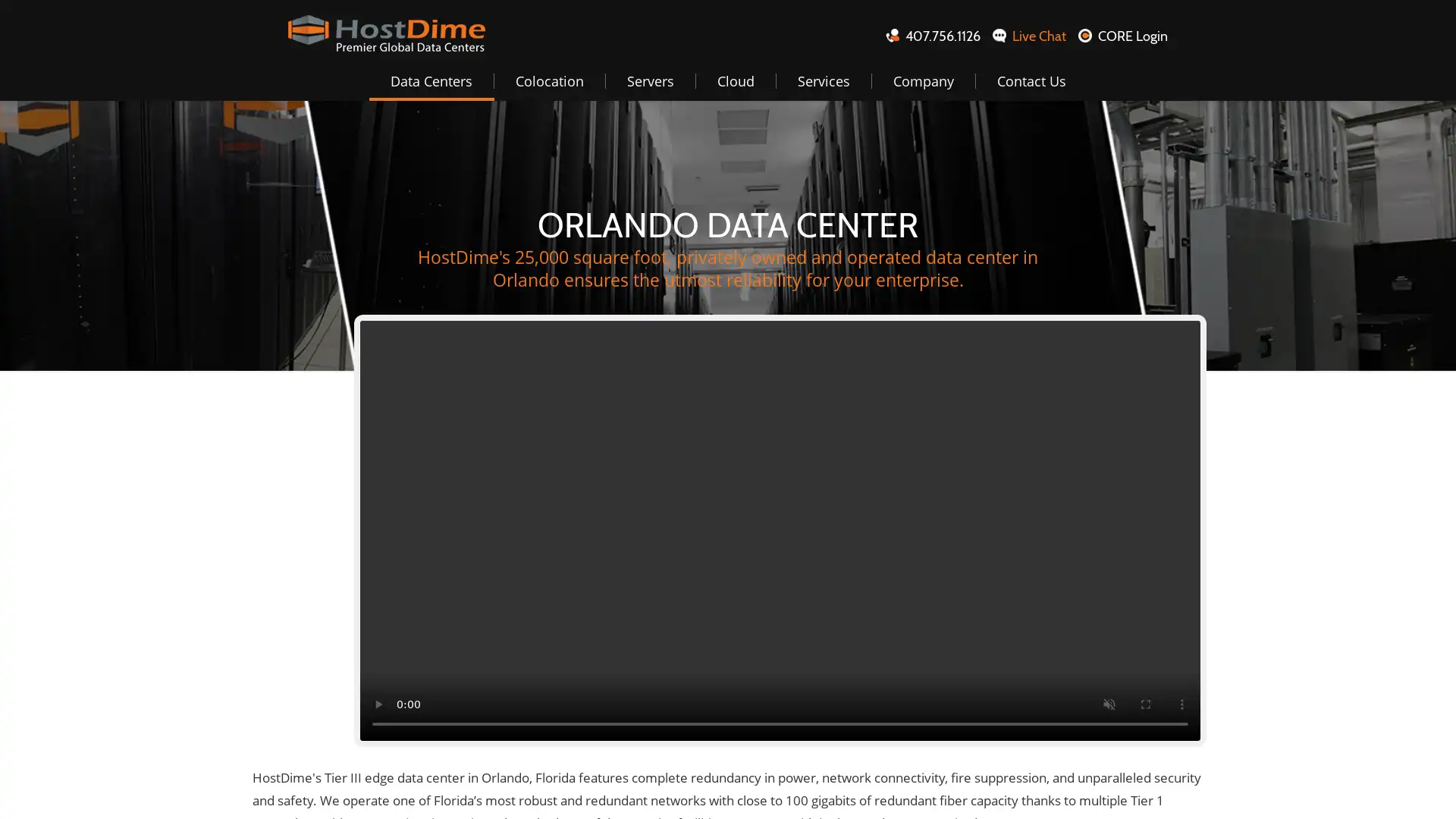 The height and width of the screenshot is (819, 1456). Describe the element at coordinates (1181, 704) in the screenshot. I see `show more media controls` at that location.